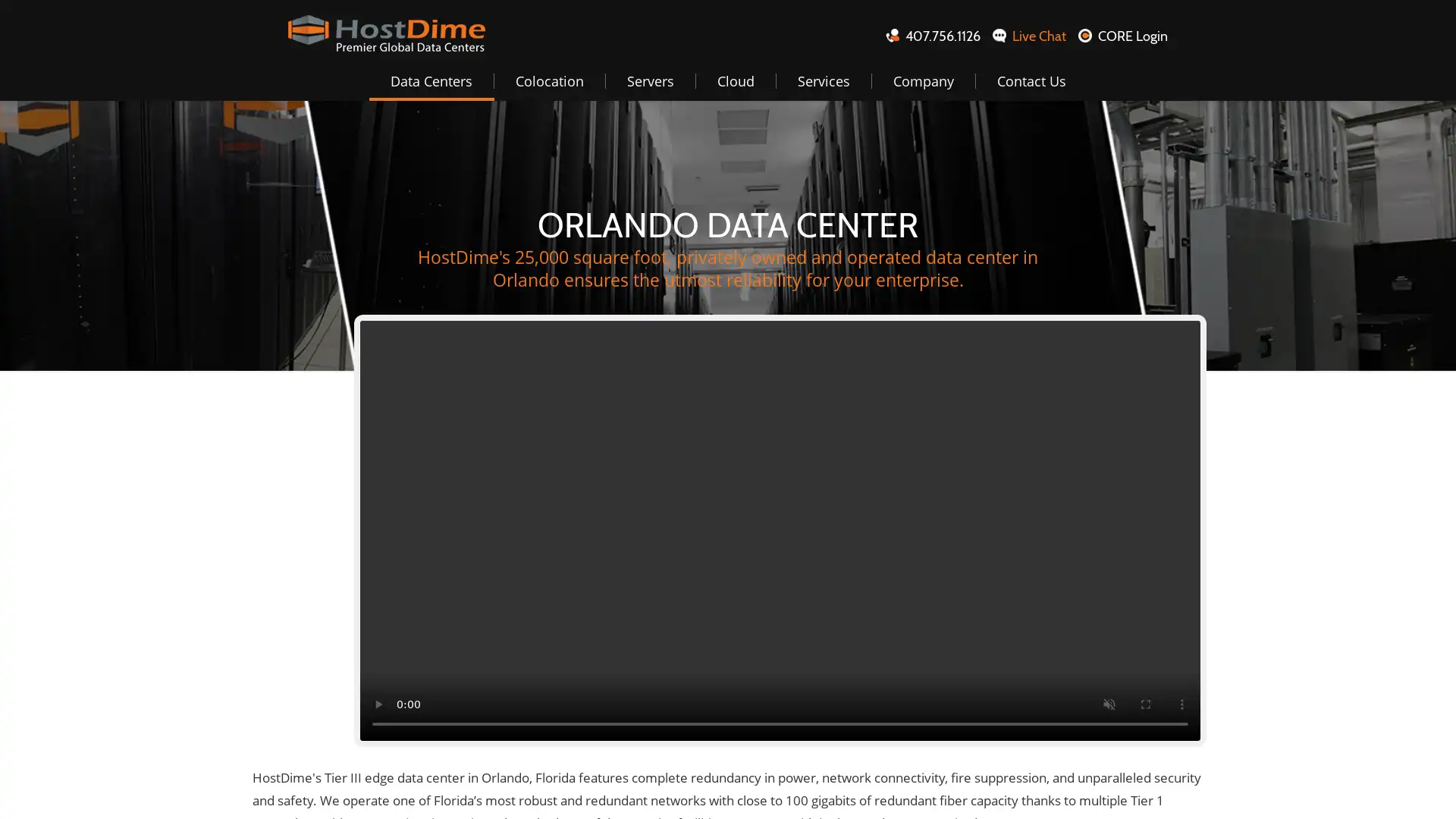 The height and width of the screenshot is (819, 1456). Describe the element at coordinates (1181, 704) in the screenshot. I see `show more media controls` at that location.